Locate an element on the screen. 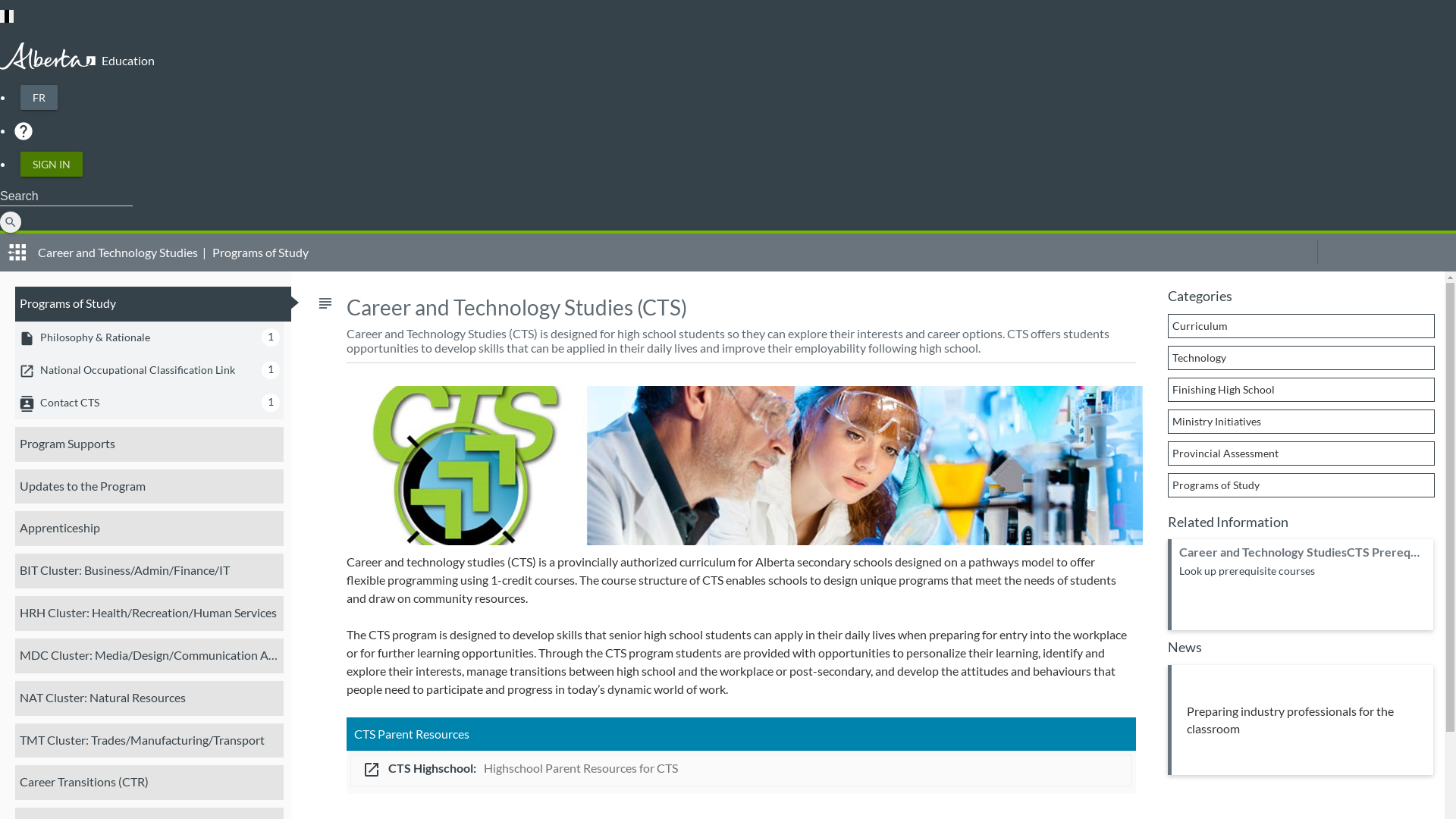  'TMT Cluster: Trades/Manufacturing/Transport' is located at coordinates (149, 739).